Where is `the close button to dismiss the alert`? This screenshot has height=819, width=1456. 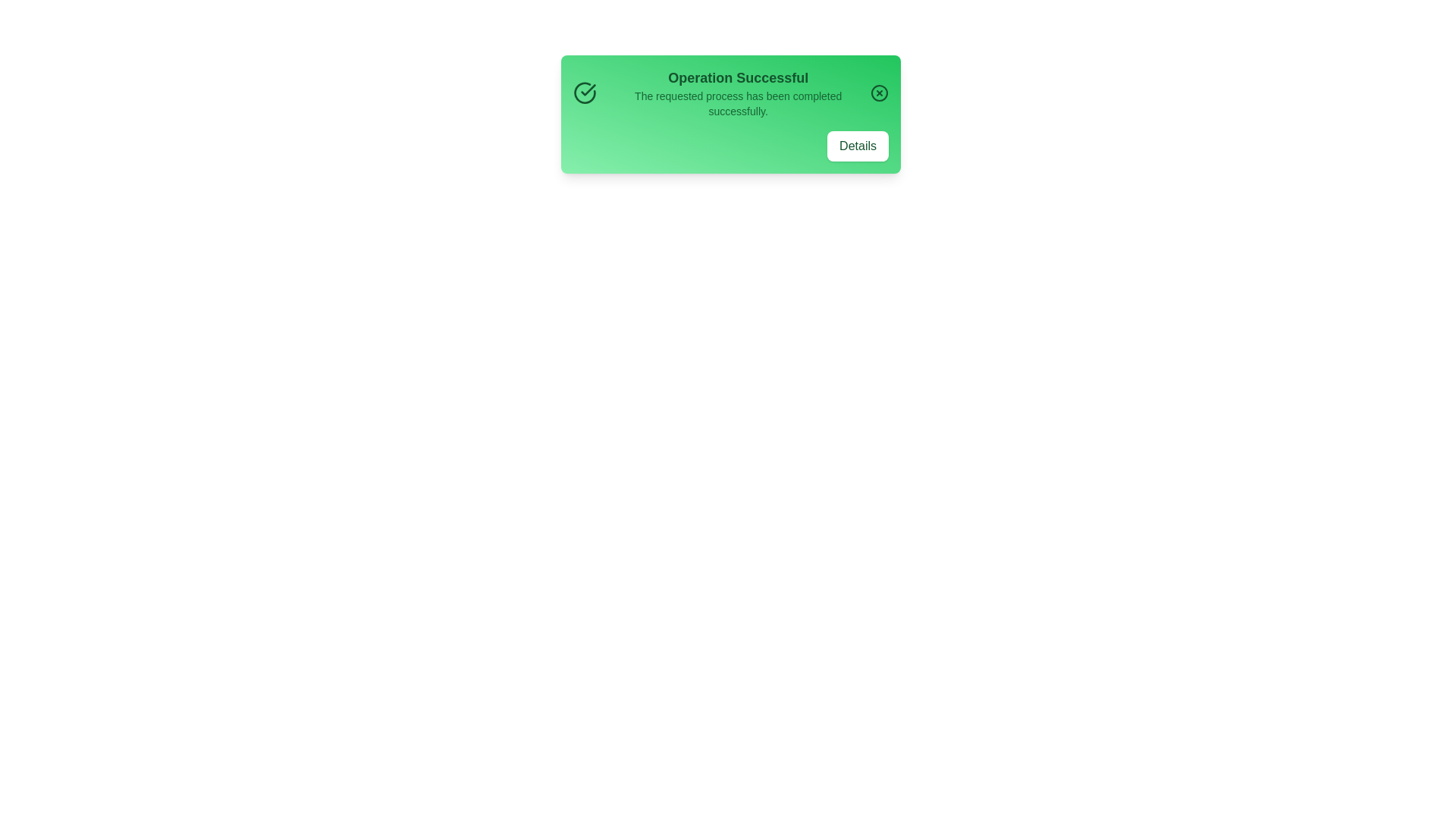 the close button to dismiss the alert is located at coordinates (880, 93).